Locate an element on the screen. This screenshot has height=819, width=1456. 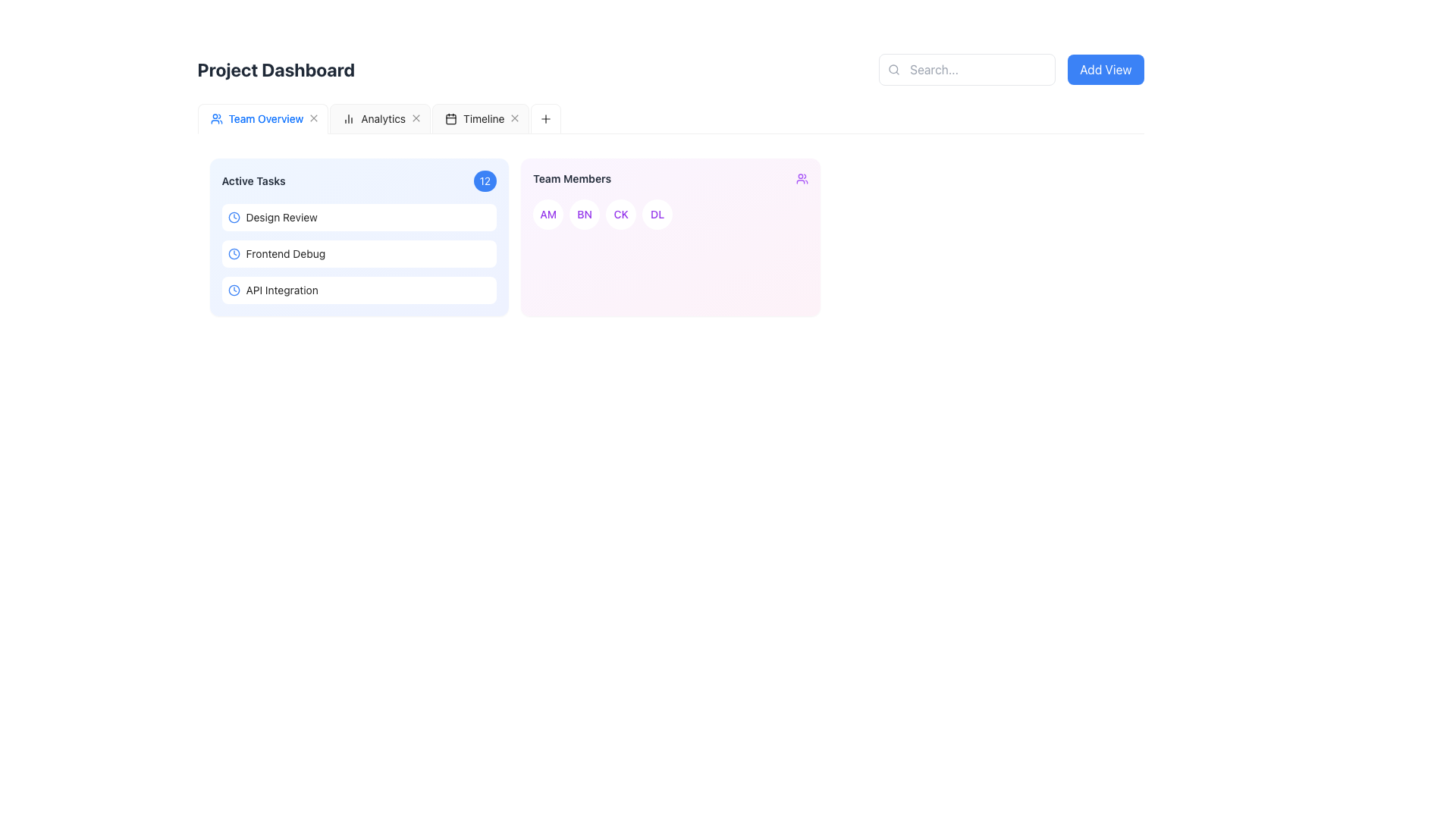
the textual label of the third tab in the top navigation bar is located at coordinates (483, 118).